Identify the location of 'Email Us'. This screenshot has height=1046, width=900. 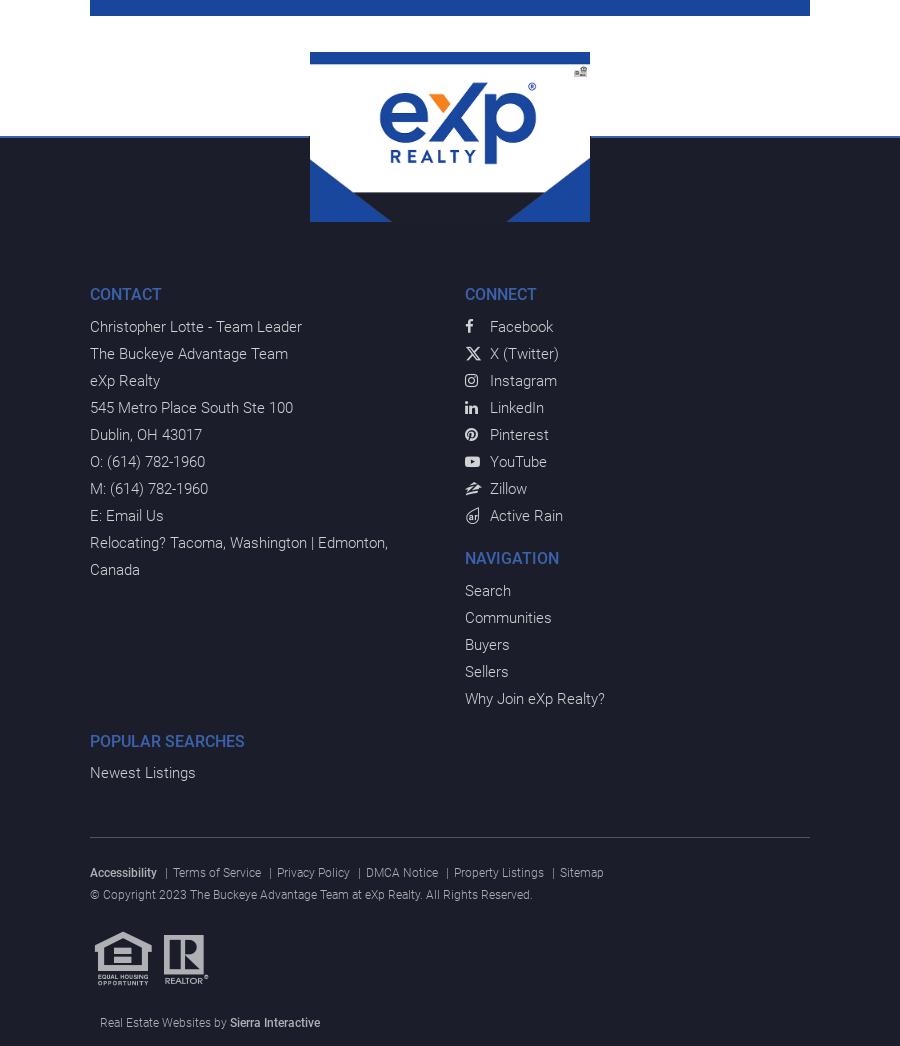
(135, 515).